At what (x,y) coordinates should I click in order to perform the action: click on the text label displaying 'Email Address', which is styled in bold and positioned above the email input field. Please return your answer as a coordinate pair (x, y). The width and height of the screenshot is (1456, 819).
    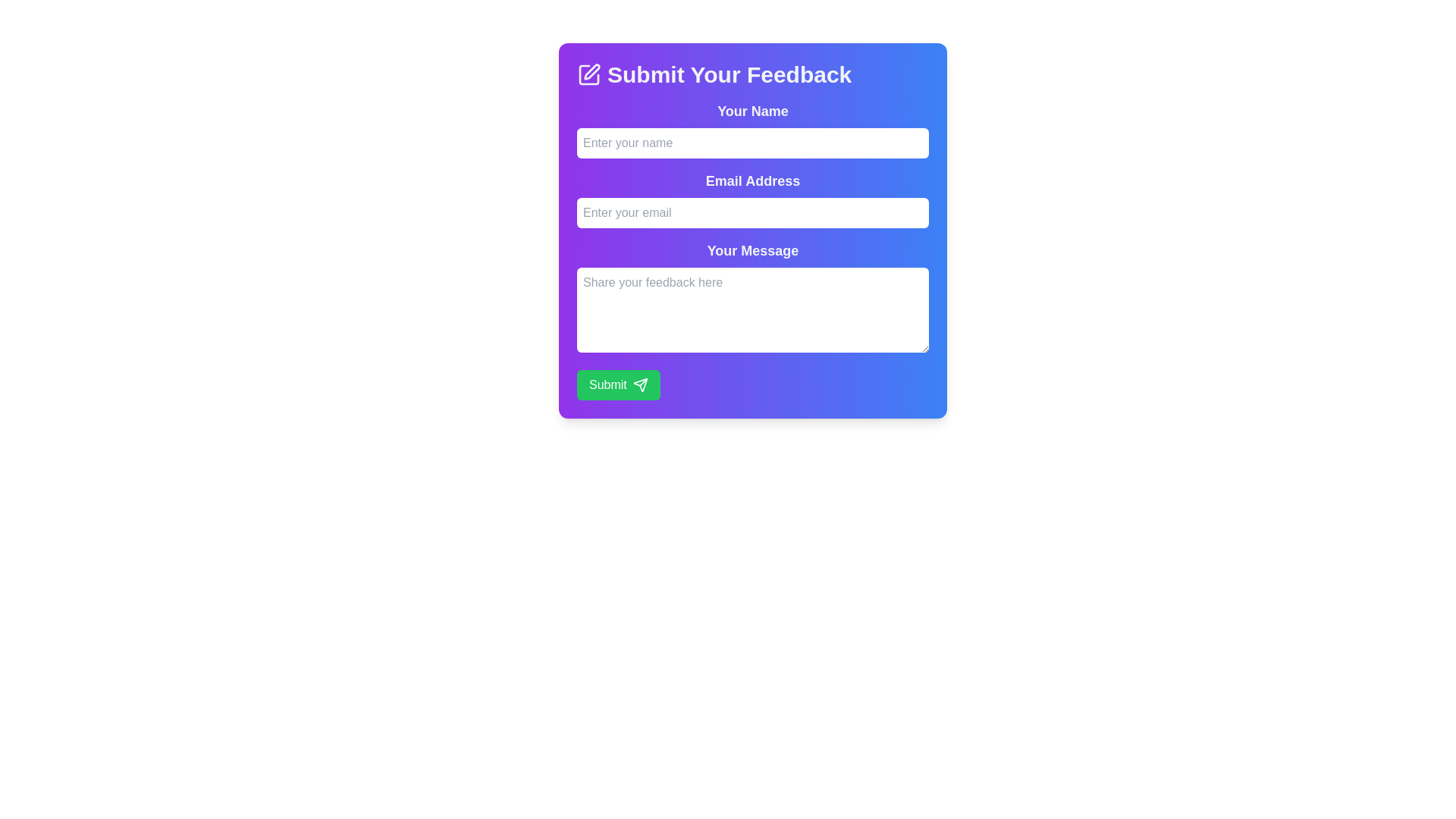
    Looking at the image, I should click on (753, 180).